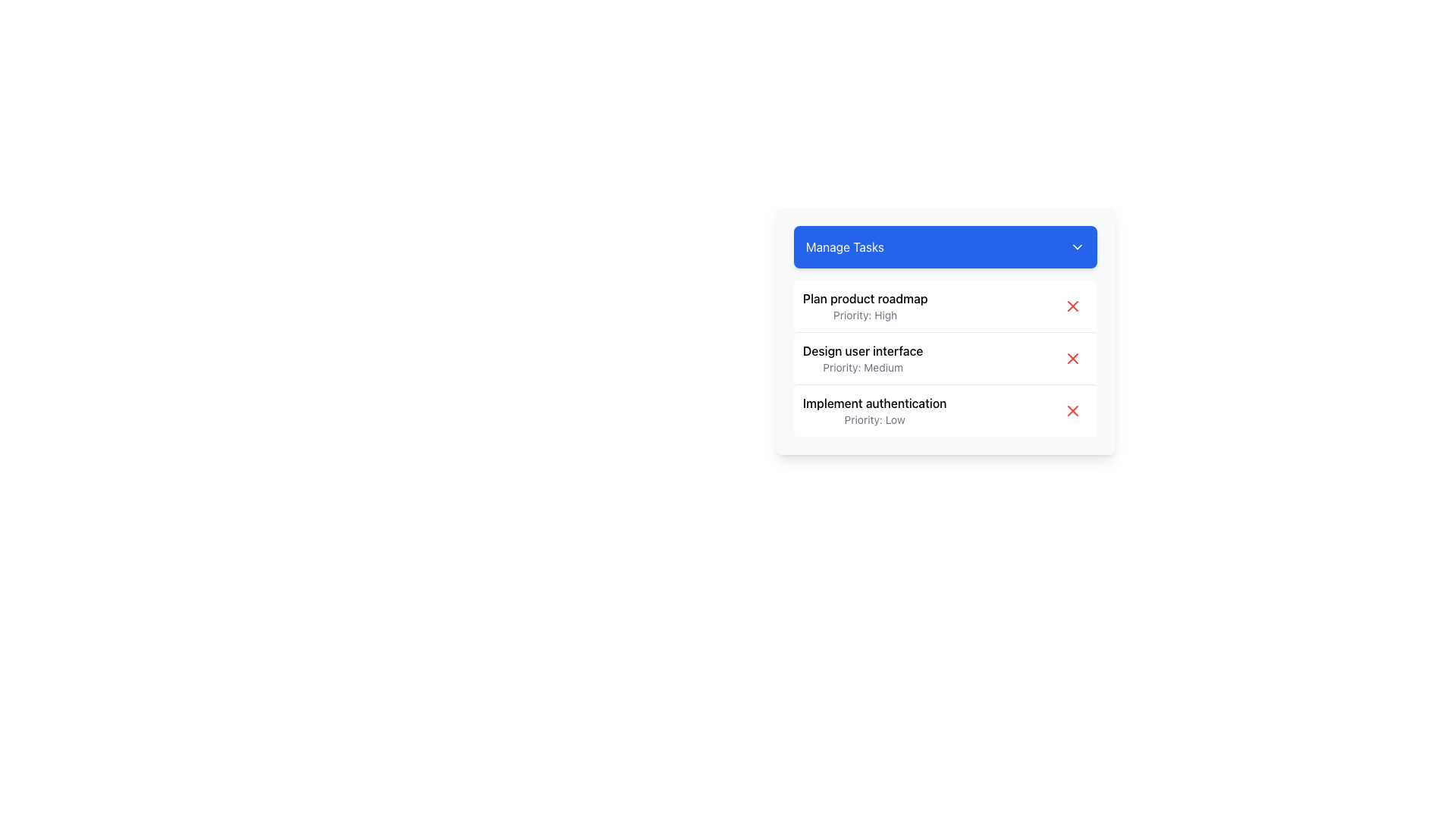 The image size is (1456, 819). What do you see at coordinates (945, 246) in the screenshot?
I see `the dropdown button at the top of the task management list for keyboard navigation` at bounding box center [945, 246].